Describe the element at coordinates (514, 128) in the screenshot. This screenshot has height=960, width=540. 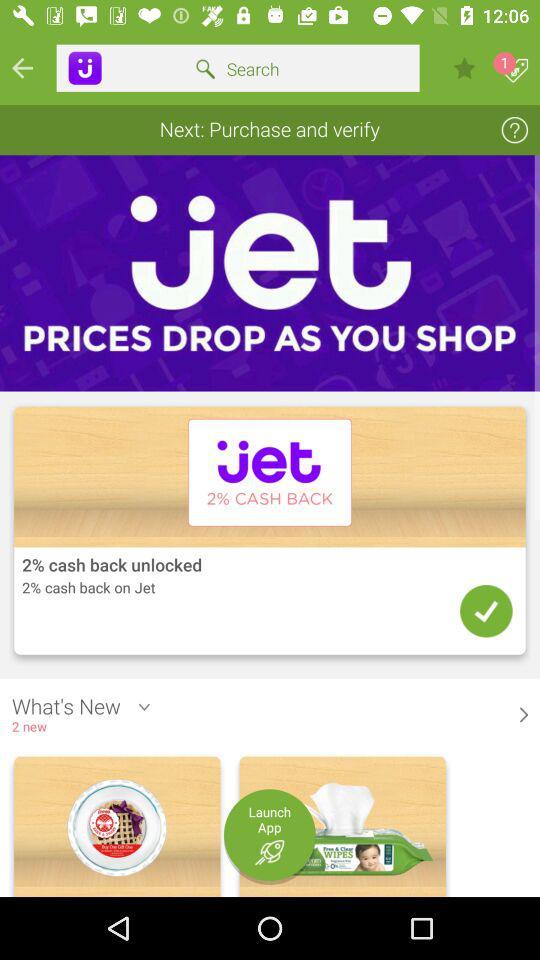
I see `the right top corner icon above the image` at that location.